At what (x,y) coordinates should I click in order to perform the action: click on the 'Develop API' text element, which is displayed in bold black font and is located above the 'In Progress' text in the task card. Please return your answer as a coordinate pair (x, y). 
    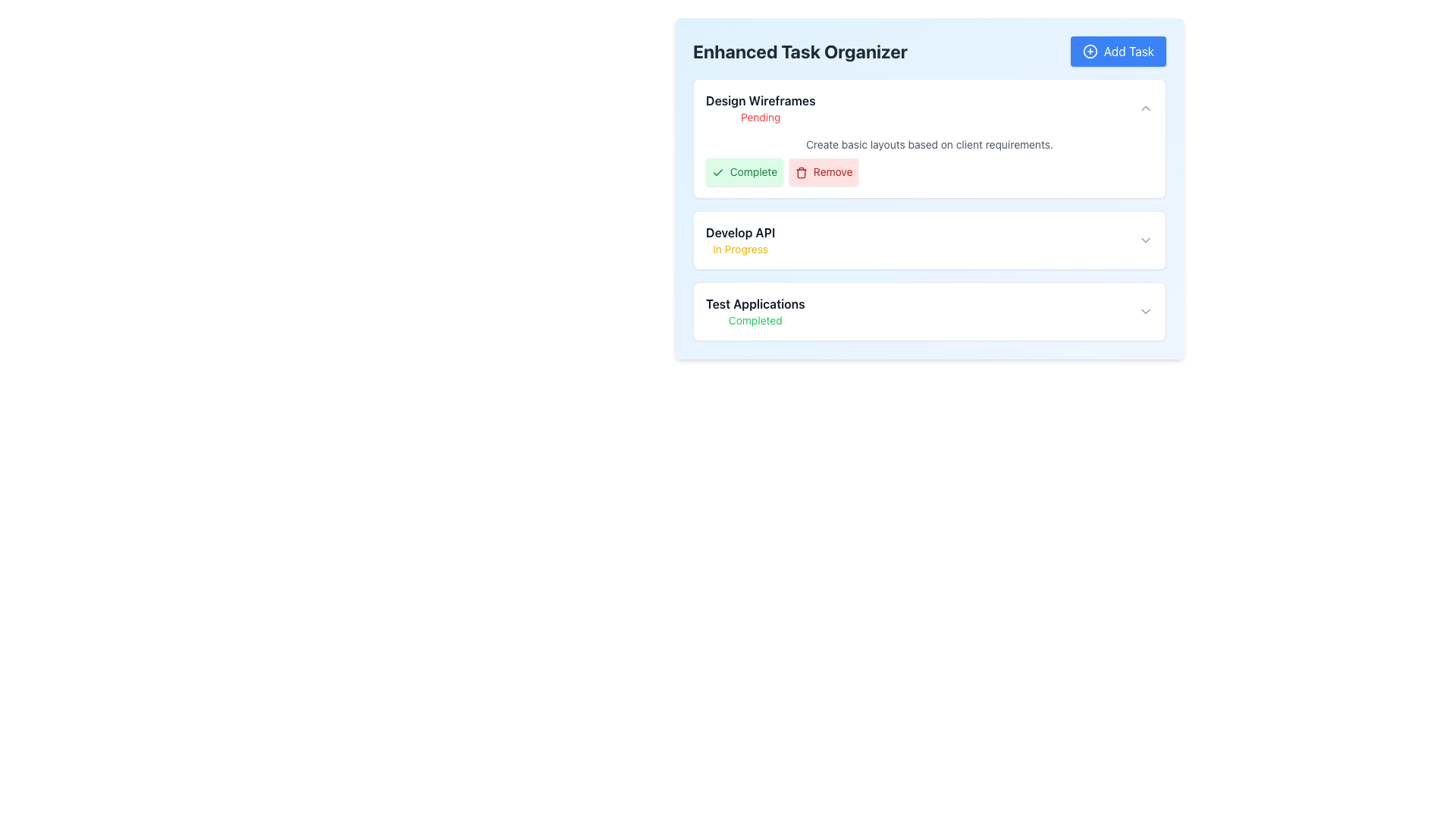
    Looking at the image, I should click on (740, 233).